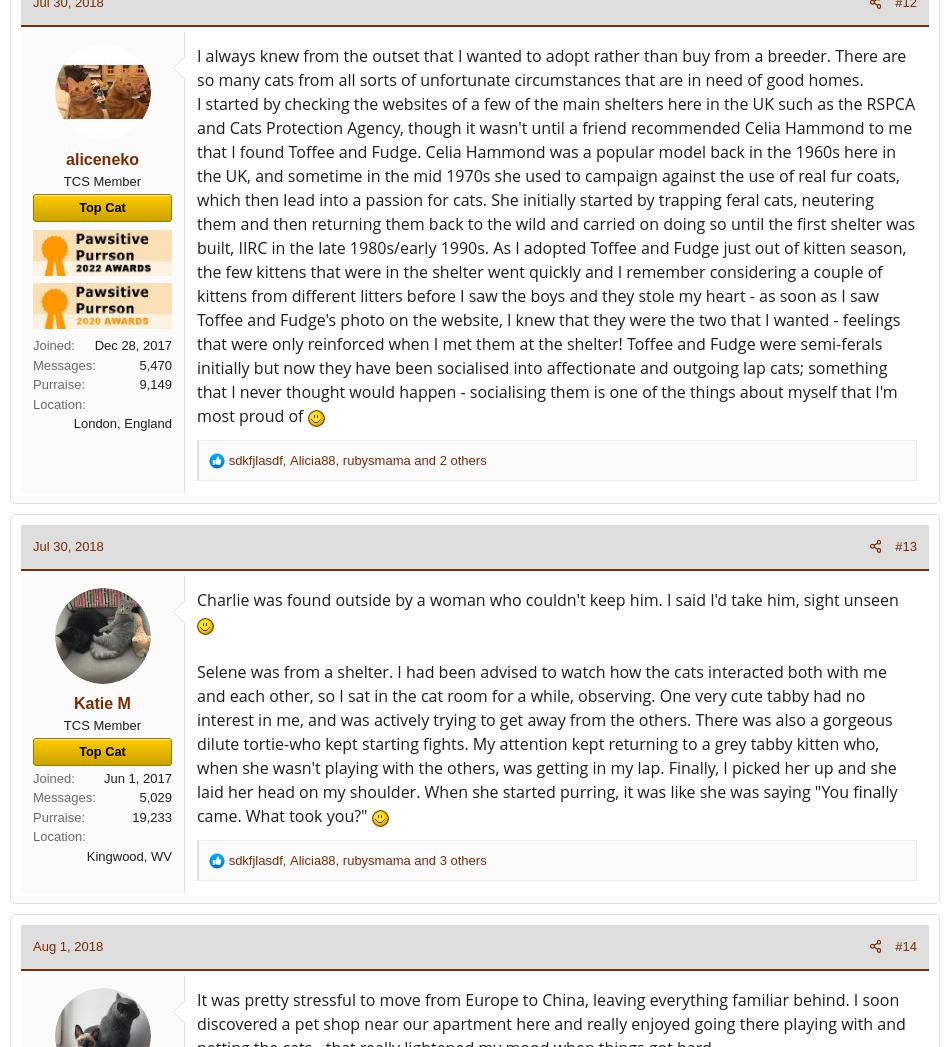 The width and height of the screenshot is (950, 1047). What do you see at coordinates (905, 546) in the screenshot?
I see `'#13'` at bounding box center [905, 546].